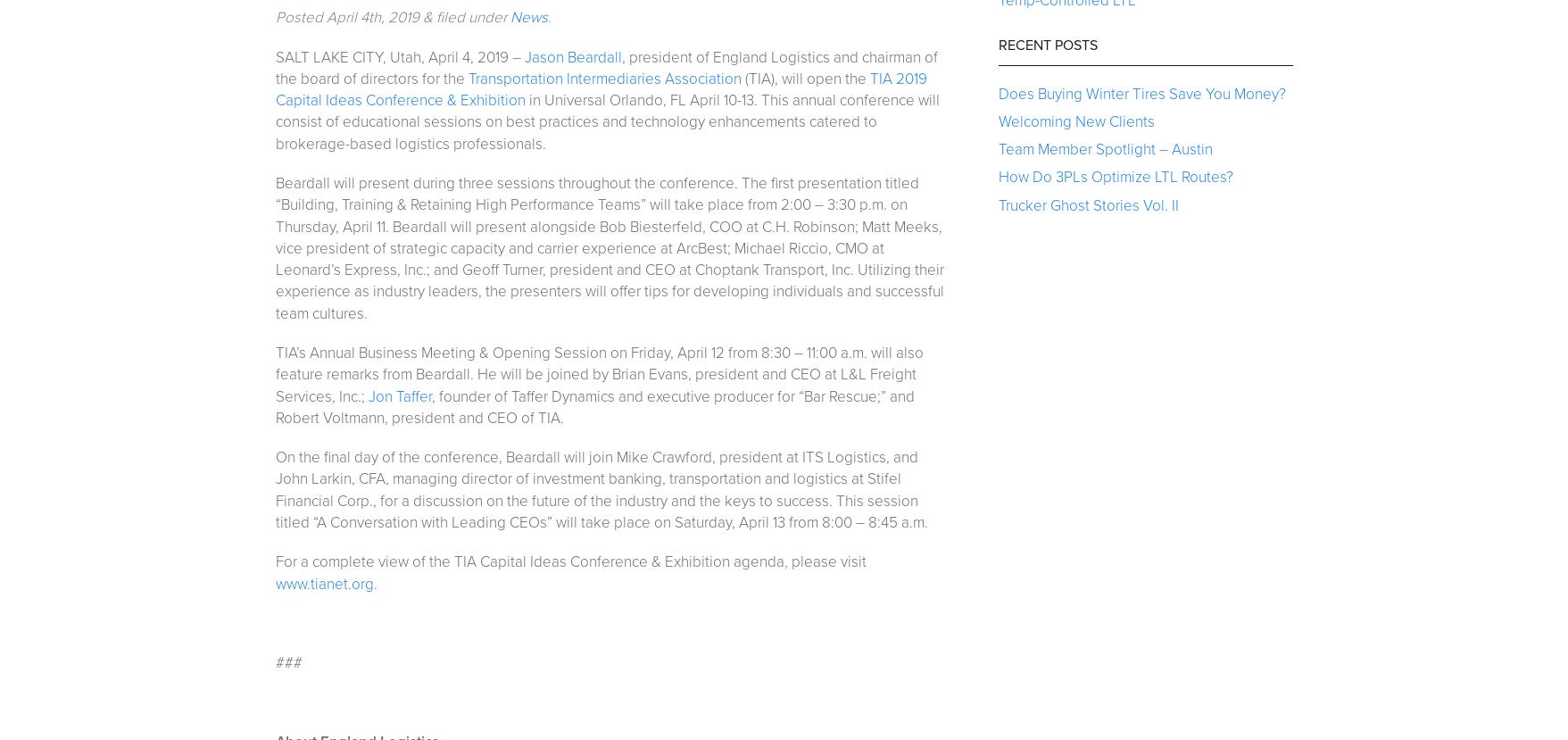 The image size is (1568, 740). Describe the element at coordinates (602, 78) in the screenshot. I see `'Transportation Intermediaries Association'` at that location.